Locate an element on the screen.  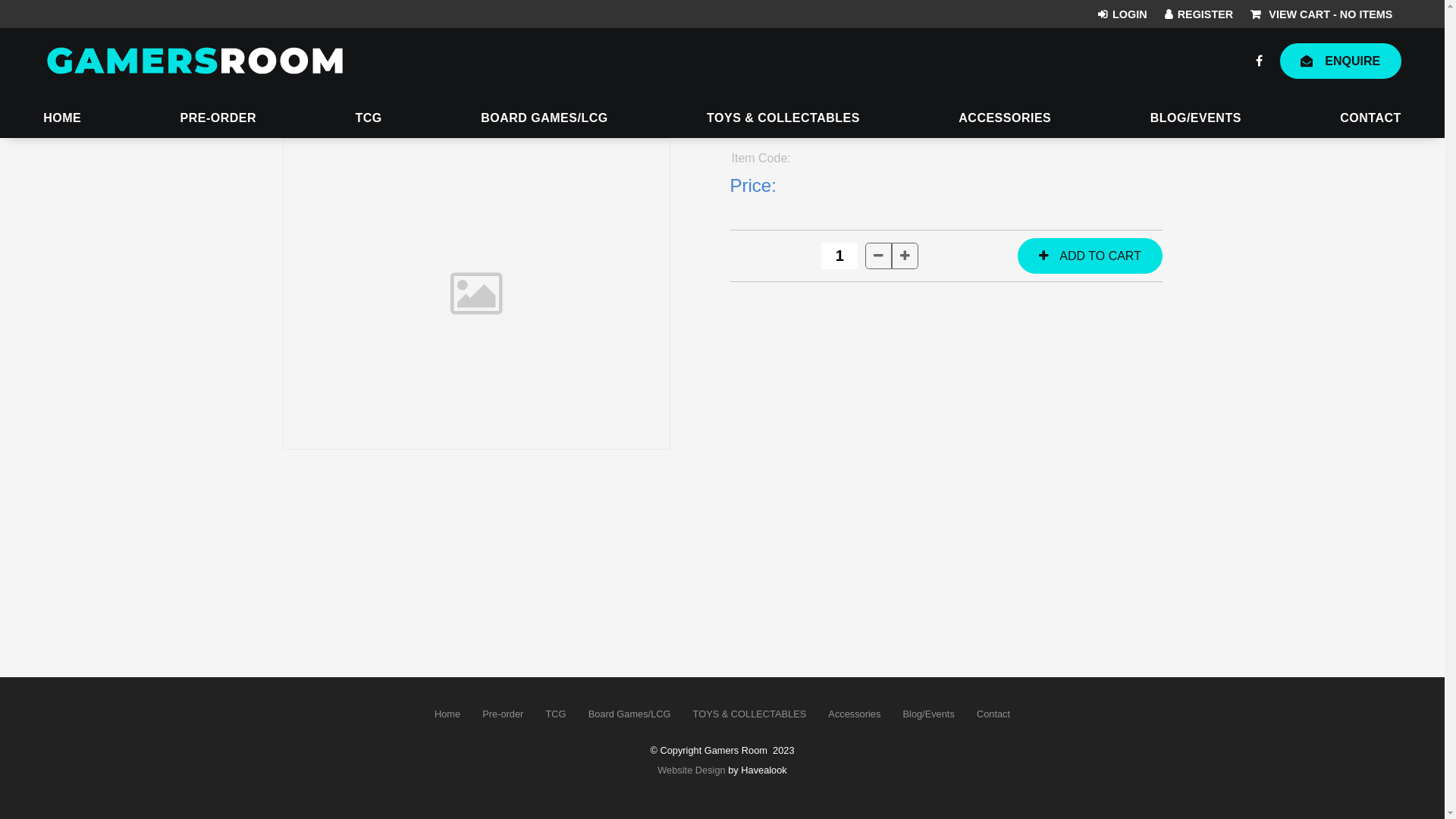
'ACCESSORIES' is located at coordinates (1004, 118).